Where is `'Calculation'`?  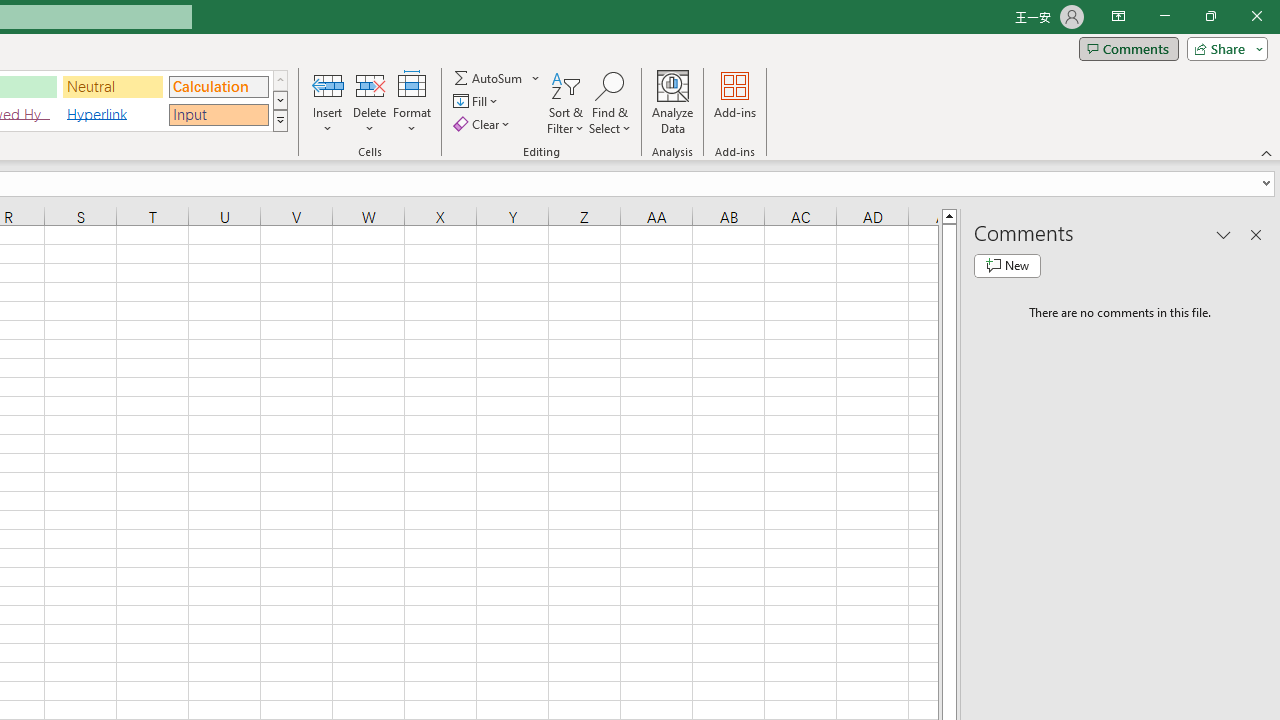
'Calculation' is located at coordinates (218, 85).